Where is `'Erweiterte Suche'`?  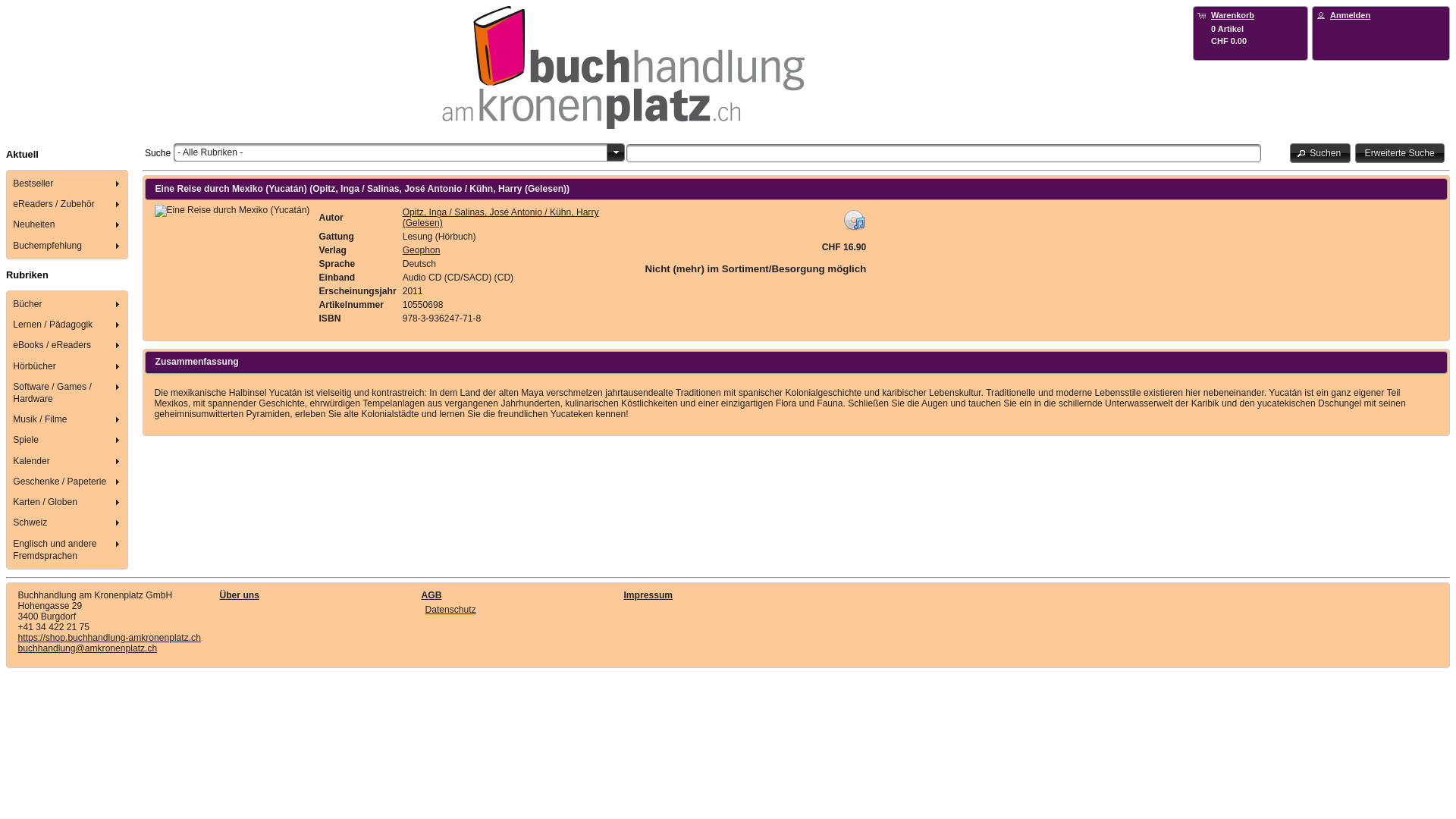
'Erweiterte Suche' is located at coordinates (1399, 152).